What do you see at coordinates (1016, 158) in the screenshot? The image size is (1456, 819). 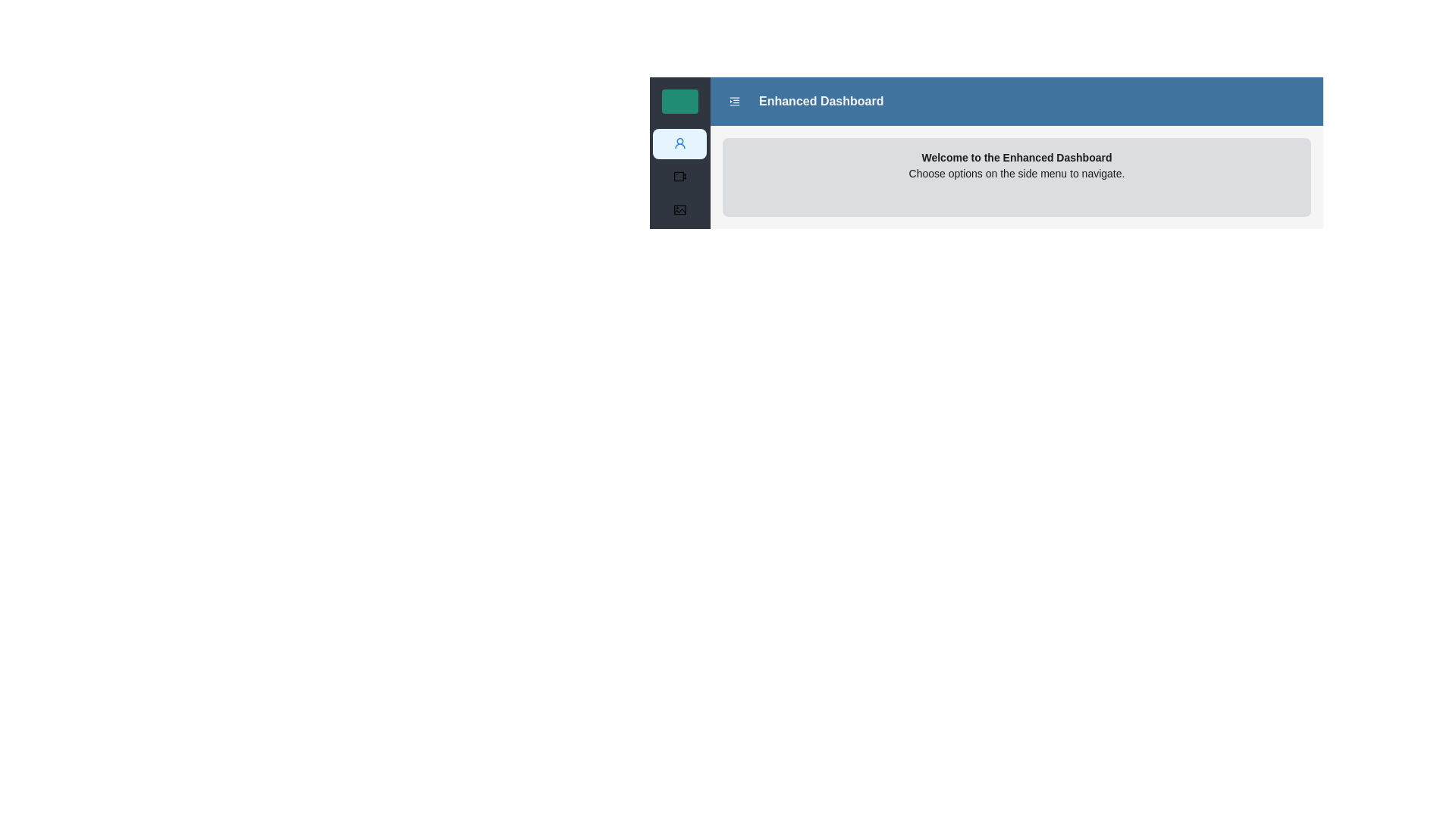 I see `the welcoming message text label located at the top of the content block with a grey background and rounded corners` at bounding box center [1016, 158].